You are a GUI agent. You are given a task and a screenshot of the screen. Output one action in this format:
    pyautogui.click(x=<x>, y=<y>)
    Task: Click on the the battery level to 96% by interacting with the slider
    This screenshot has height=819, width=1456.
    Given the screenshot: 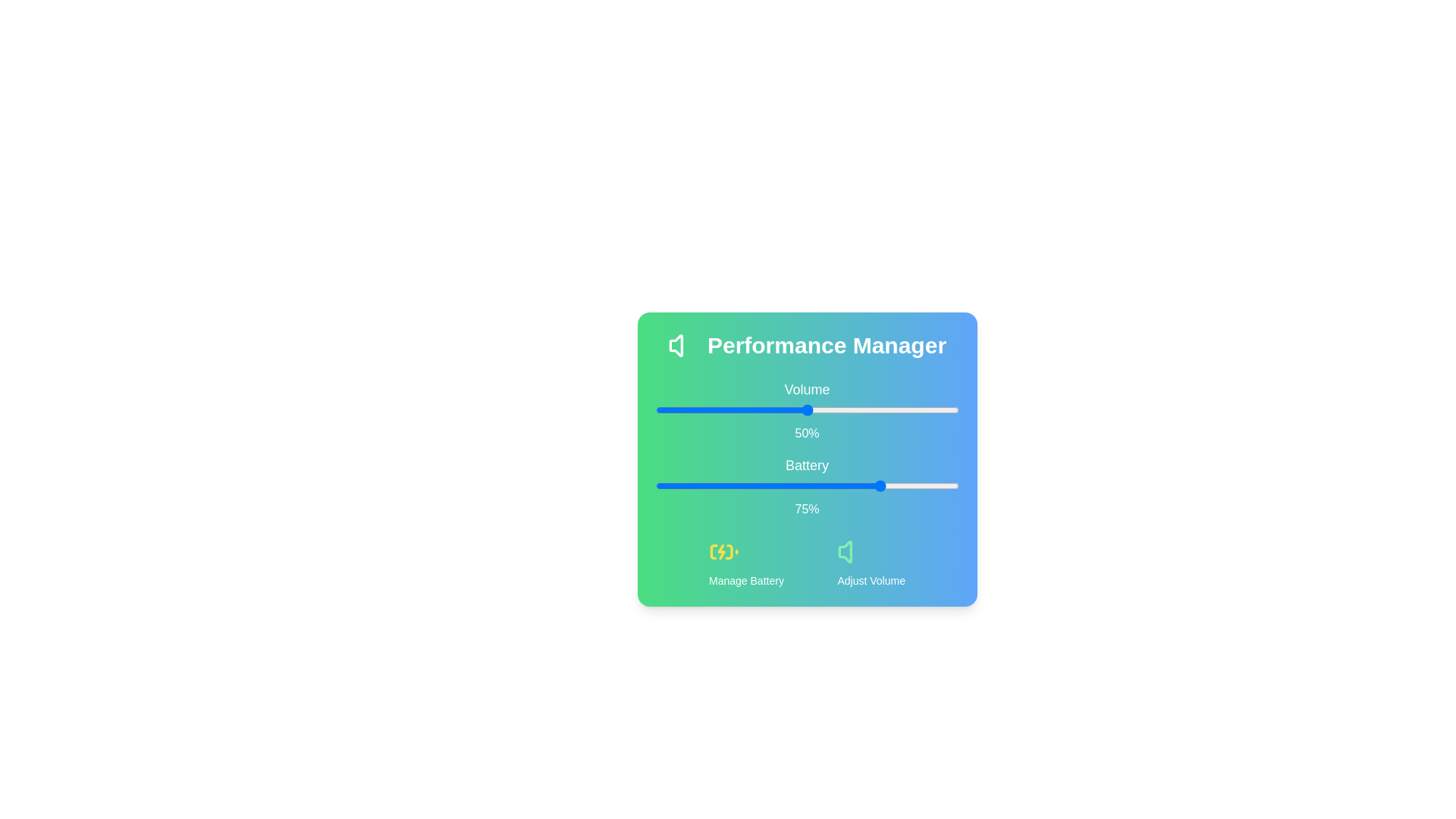 What is the action you would take?
    pyautogui.click(x=946, y=485)
    